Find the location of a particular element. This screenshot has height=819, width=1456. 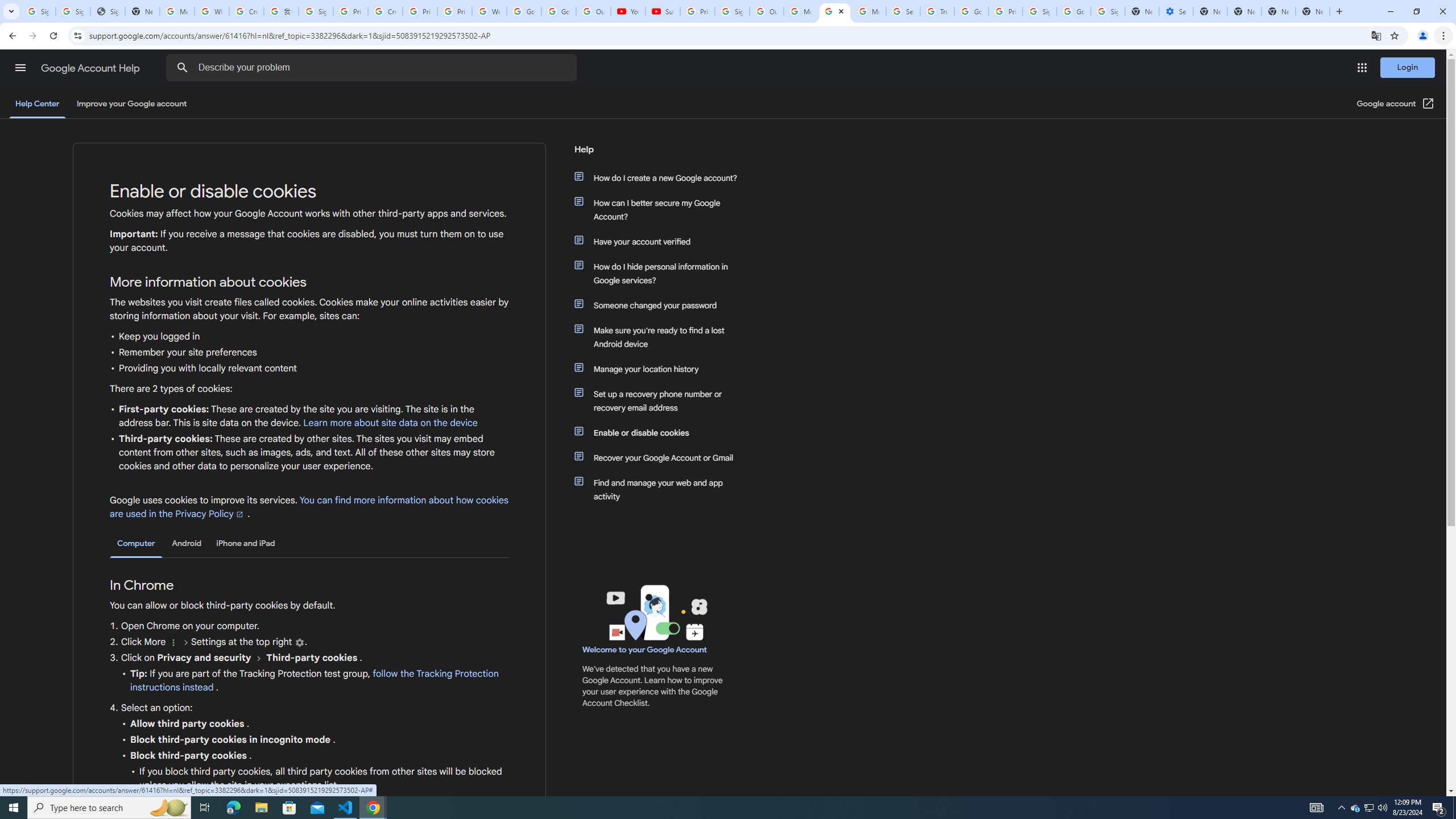

'Search our Doodle Library Collection - Google Doodles' is located at coordinates (903, 11).